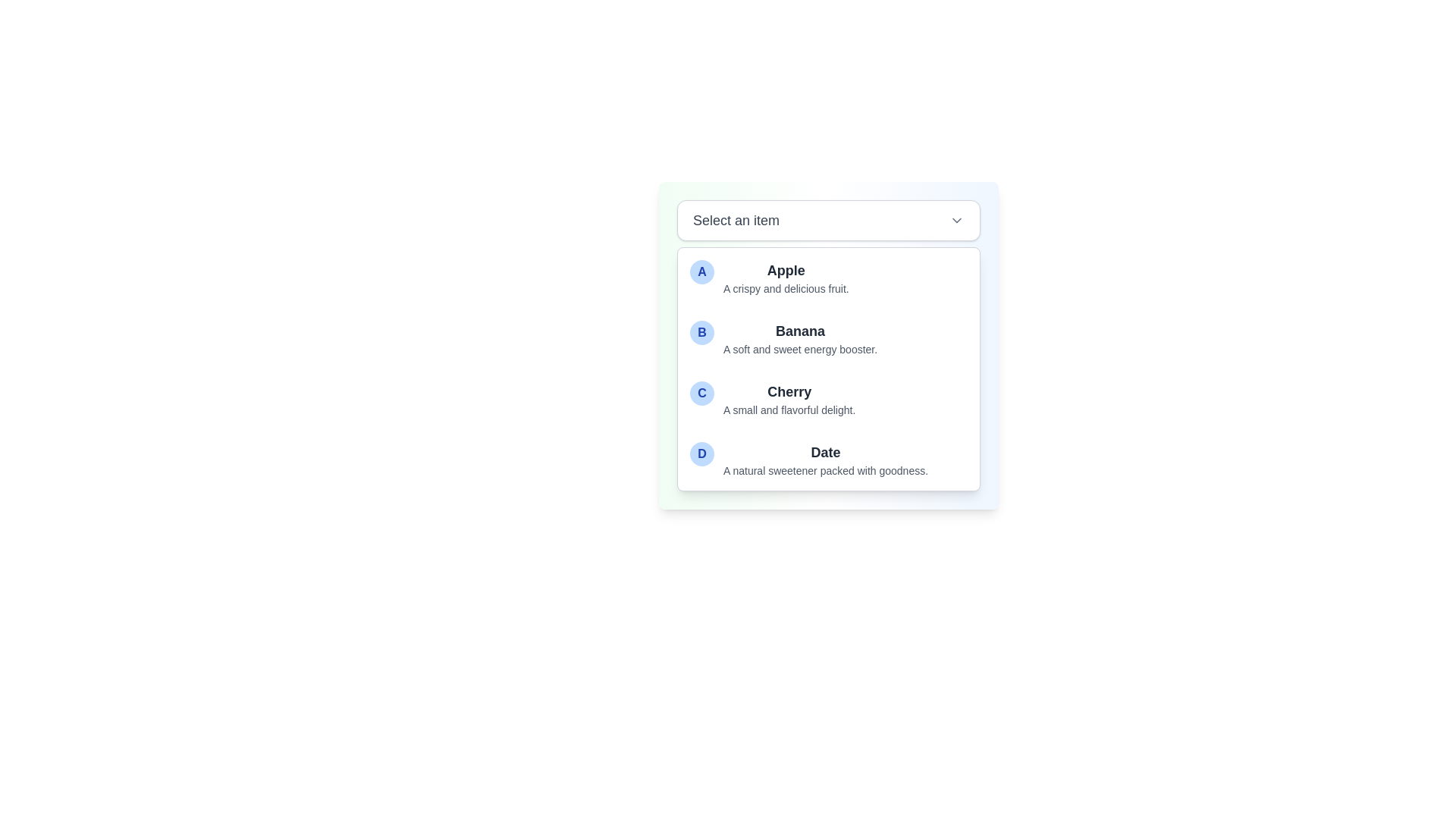 Image resolution: width=1456 pixels, height=819 pixels. What do you see at coordinates (789, 399) in the screenshot?
I see `the list item displaying 'Cherry' in bold text` at bounding box center [789, 399].